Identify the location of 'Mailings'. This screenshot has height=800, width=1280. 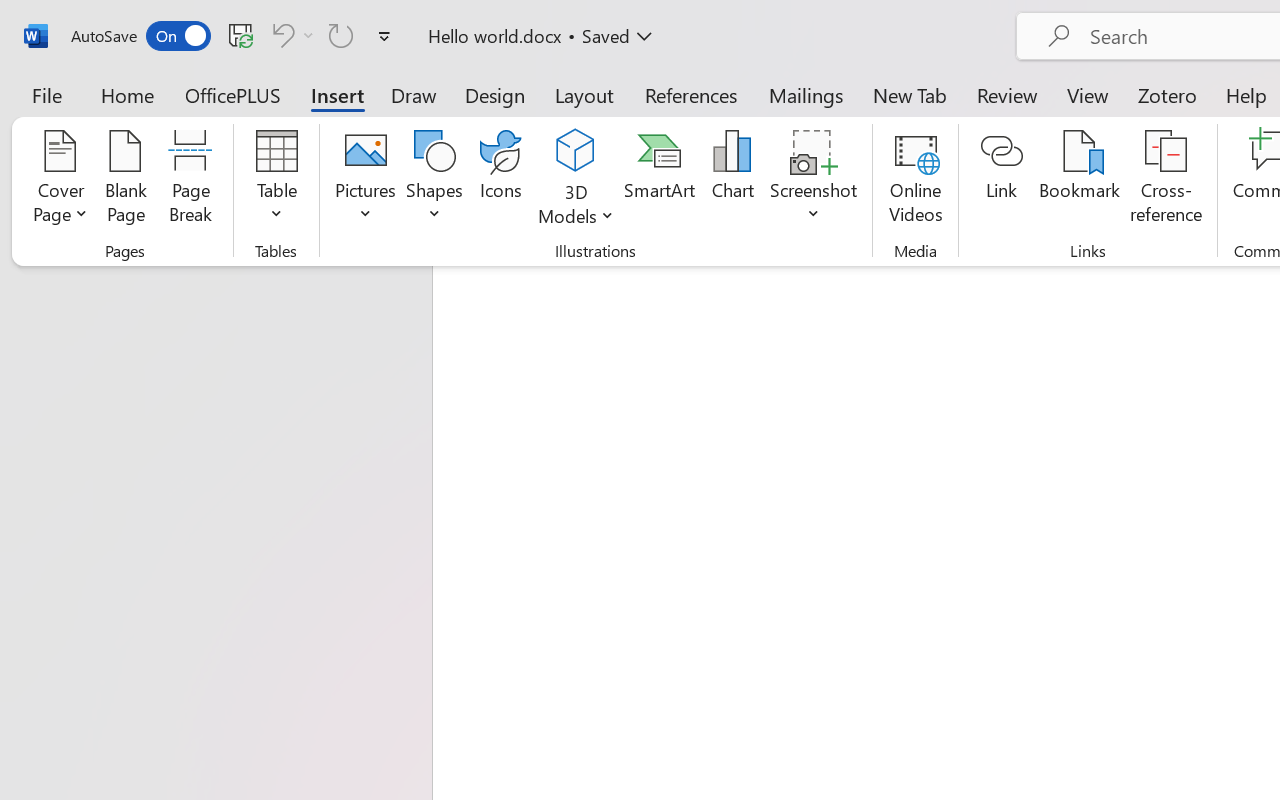
(806, 94).